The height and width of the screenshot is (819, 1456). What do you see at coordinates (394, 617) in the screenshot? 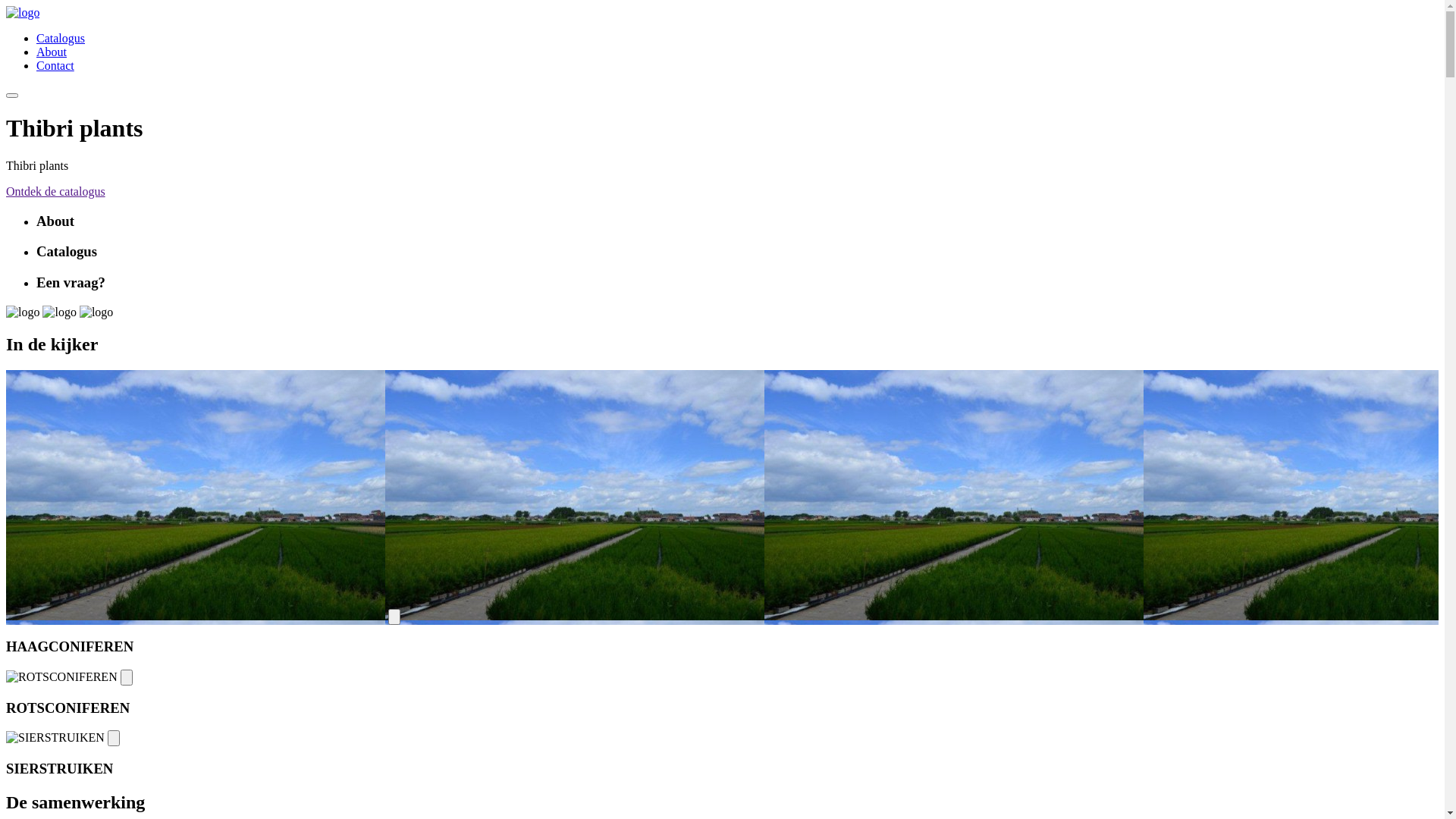
I see `'arrow-right'` at bounding box center [394, 617].